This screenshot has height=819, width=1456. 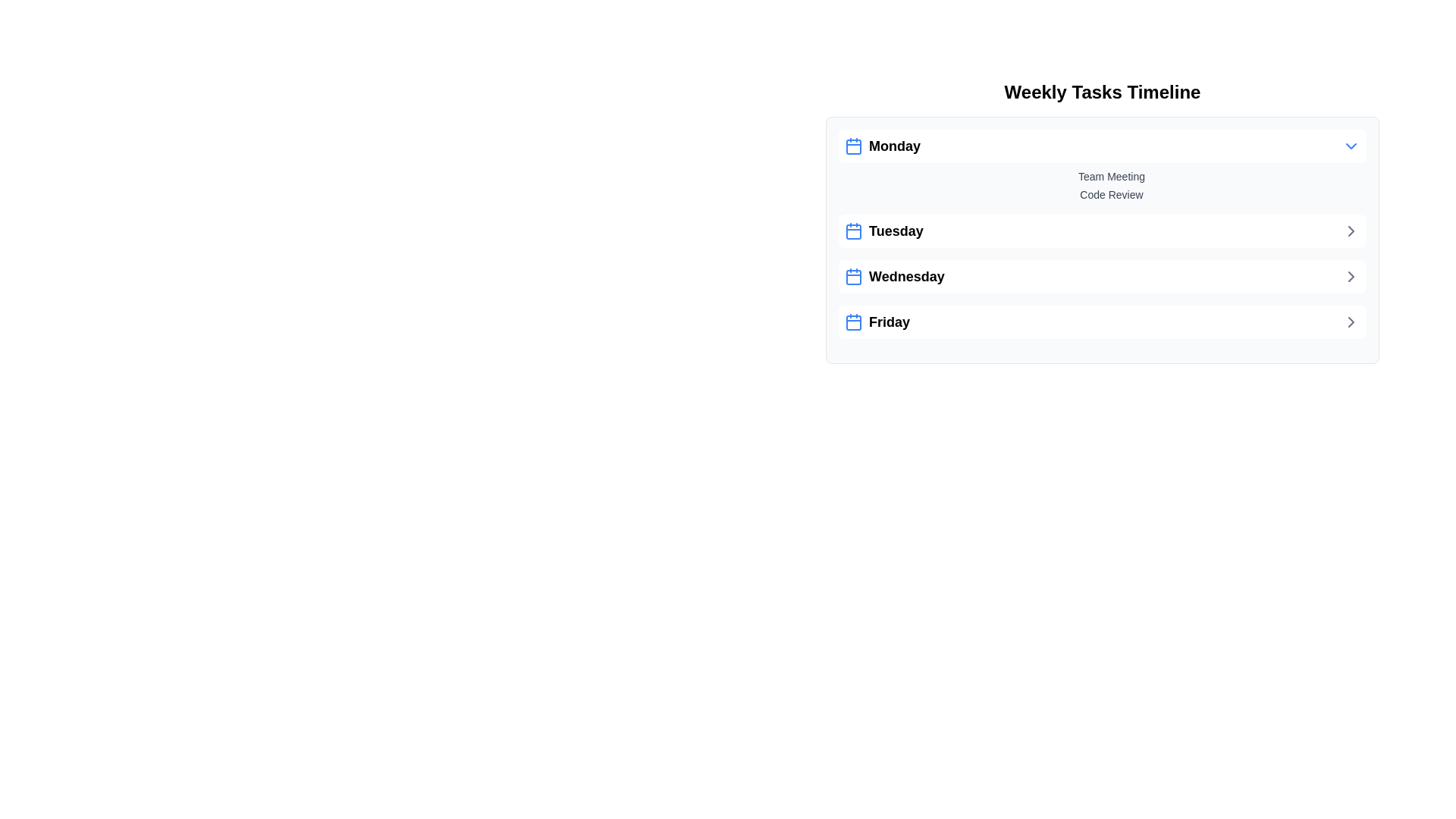 I want to click on the calendar icon with a blue outline located next to the text 'Wednesday', so click(x=854, y=277).